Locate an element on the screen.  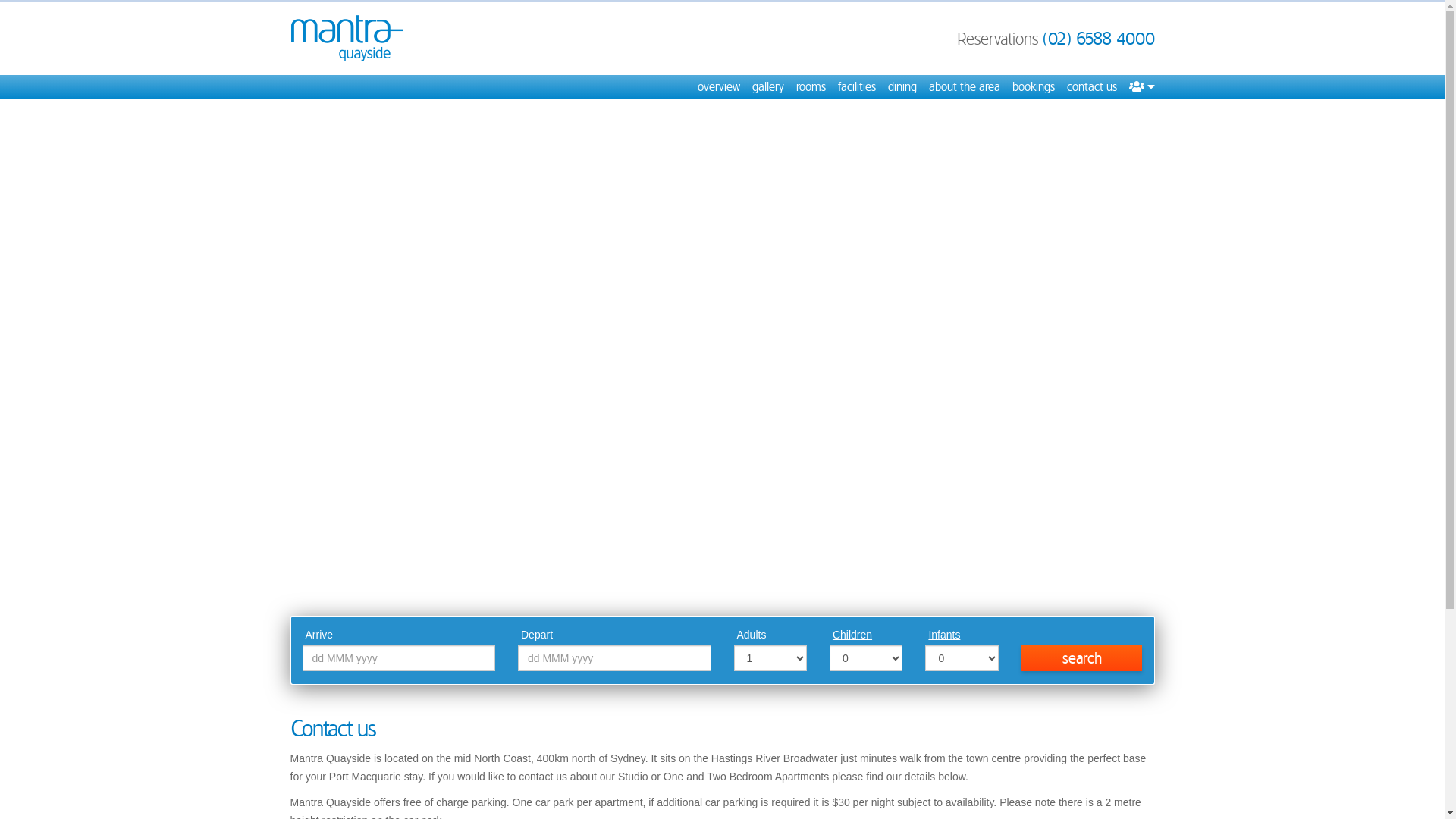
'overview' is located at coordinates (718, 87).